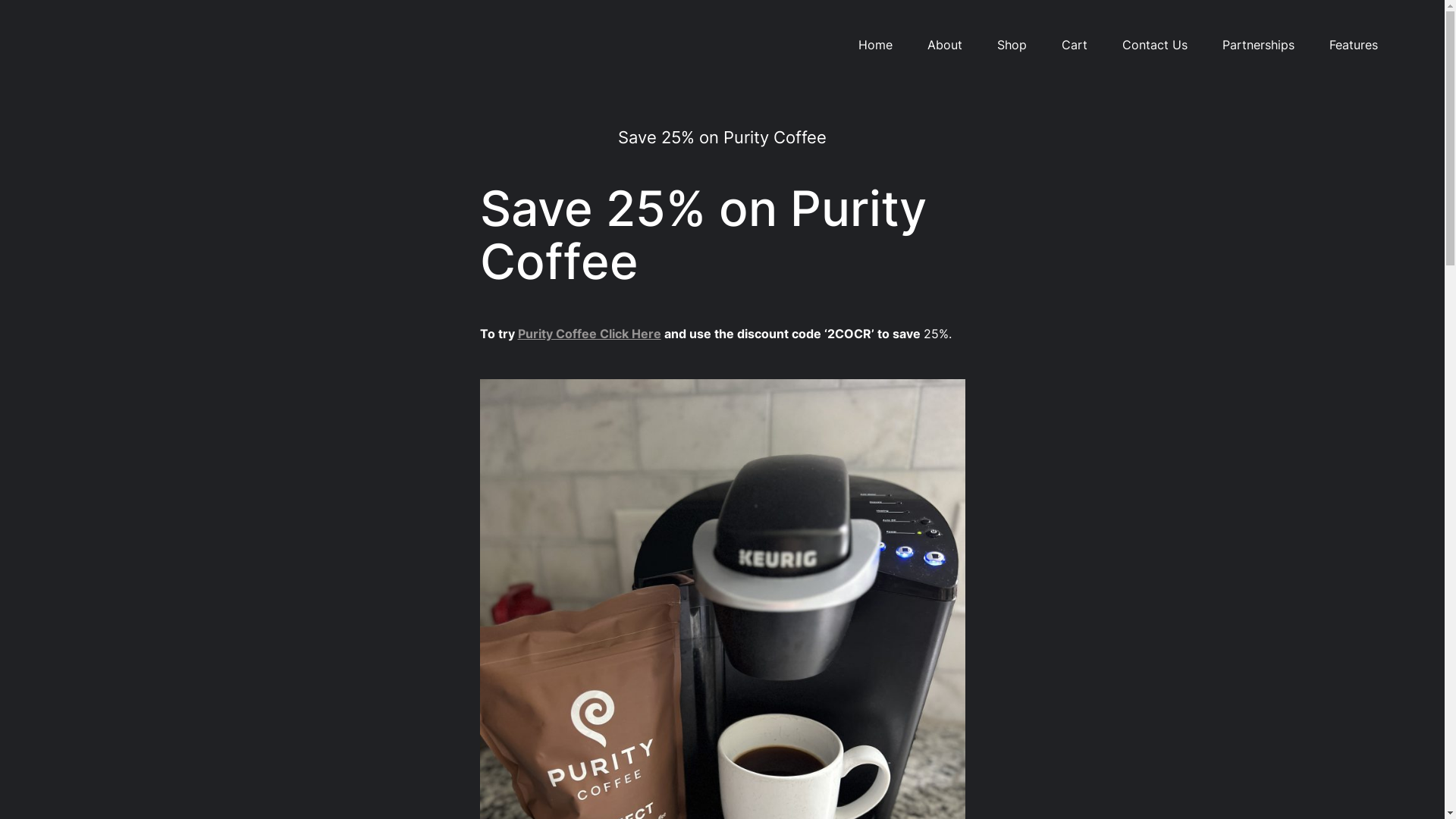 The height and width of the screenshot is (819, 1456). Describe the element at coordinates (1073, 44) in the screenshot. I see `'Cart'` at that location.